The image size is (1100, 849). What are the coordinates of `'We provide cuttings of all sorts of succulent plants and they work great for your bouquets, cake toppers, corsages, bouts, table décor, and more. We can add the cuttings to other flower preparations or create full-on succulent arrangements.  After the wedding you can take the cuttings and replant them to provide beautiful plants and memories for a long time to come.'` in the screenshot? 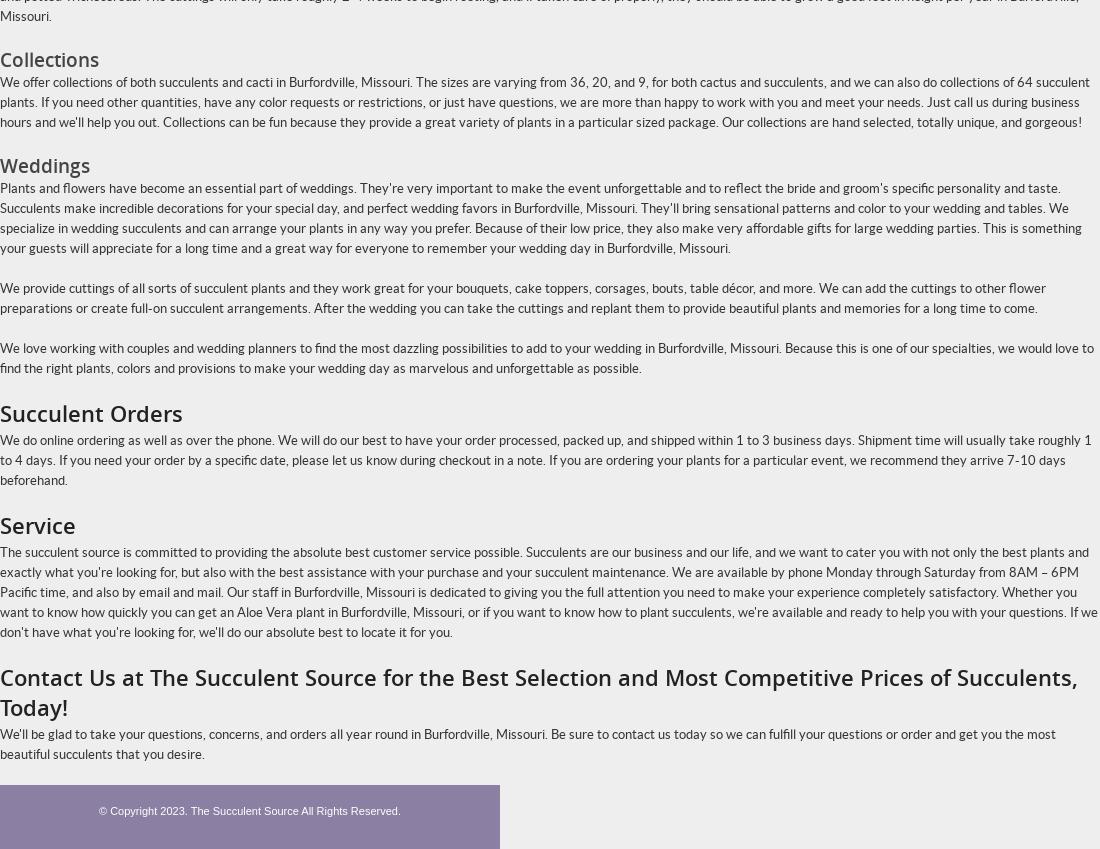 It's located at (523, 297).